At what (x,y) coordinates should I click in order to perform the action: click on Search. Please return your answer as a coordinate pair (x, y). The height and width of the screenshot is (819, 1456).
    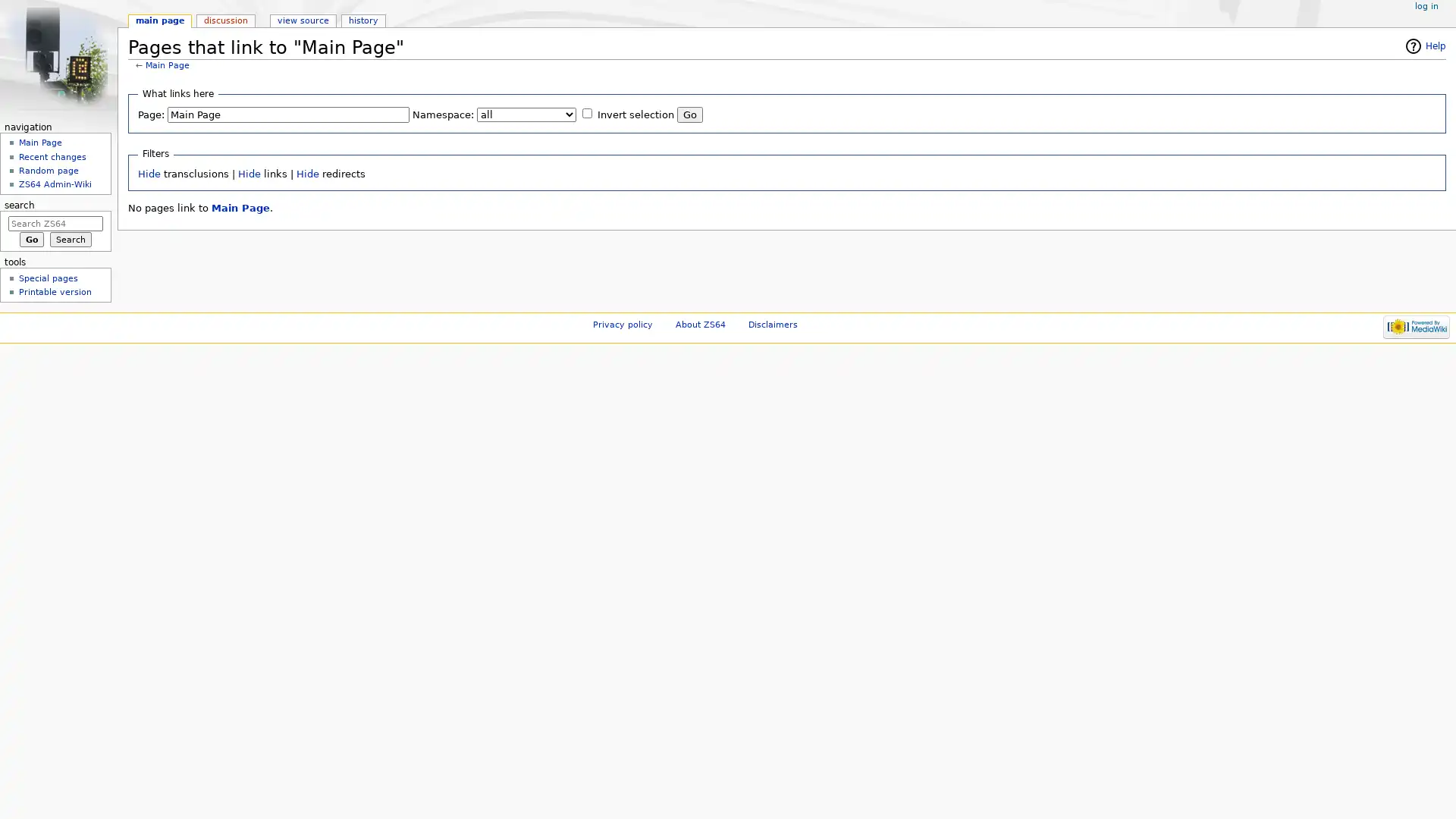
    Looking at the image, I should click on (70, 239).